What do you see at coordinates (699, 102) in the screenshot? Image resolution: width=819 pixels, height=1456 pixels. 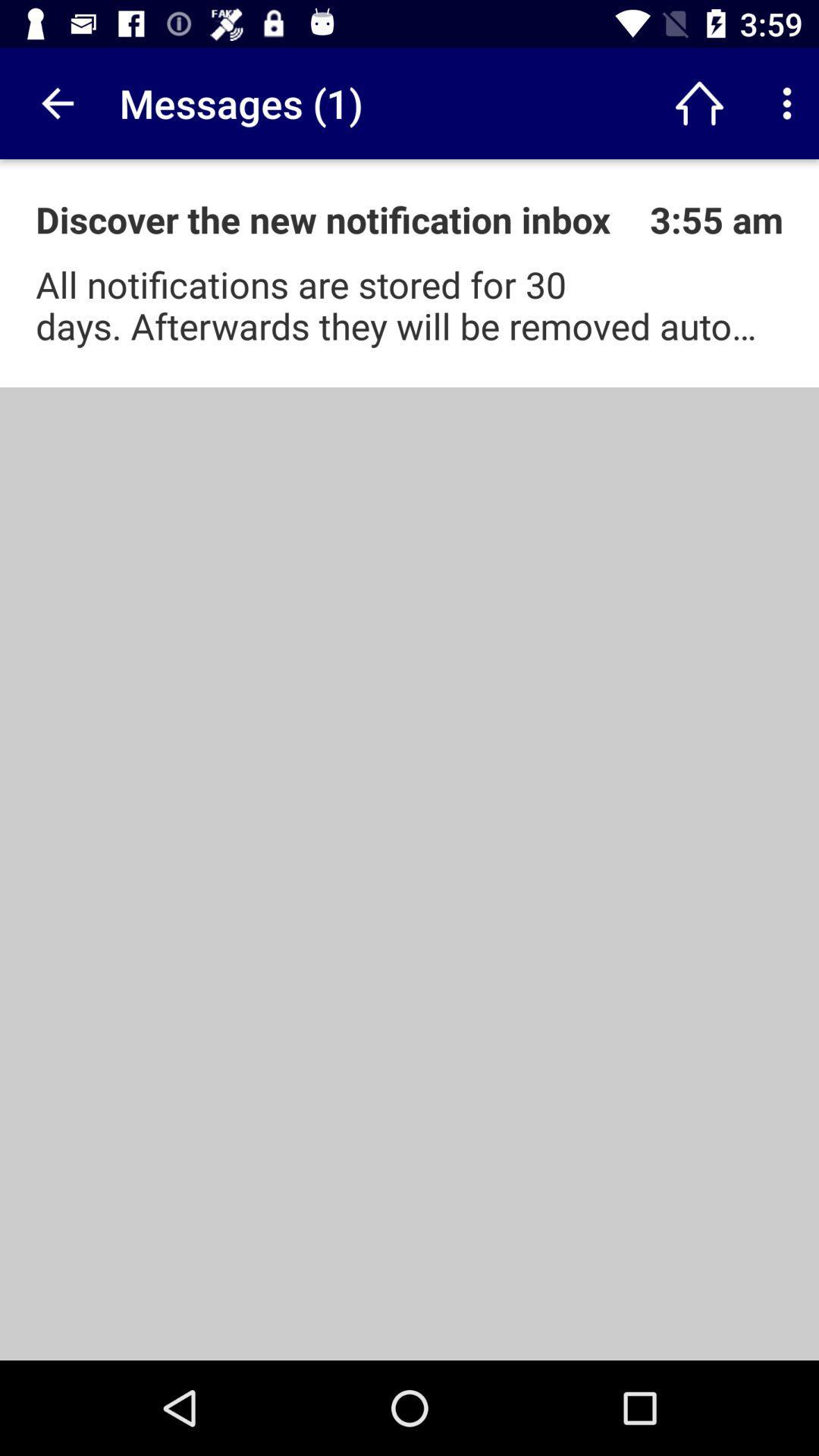 I see `app to the right of the messages (1) icon` at bounding box center [699, 102].